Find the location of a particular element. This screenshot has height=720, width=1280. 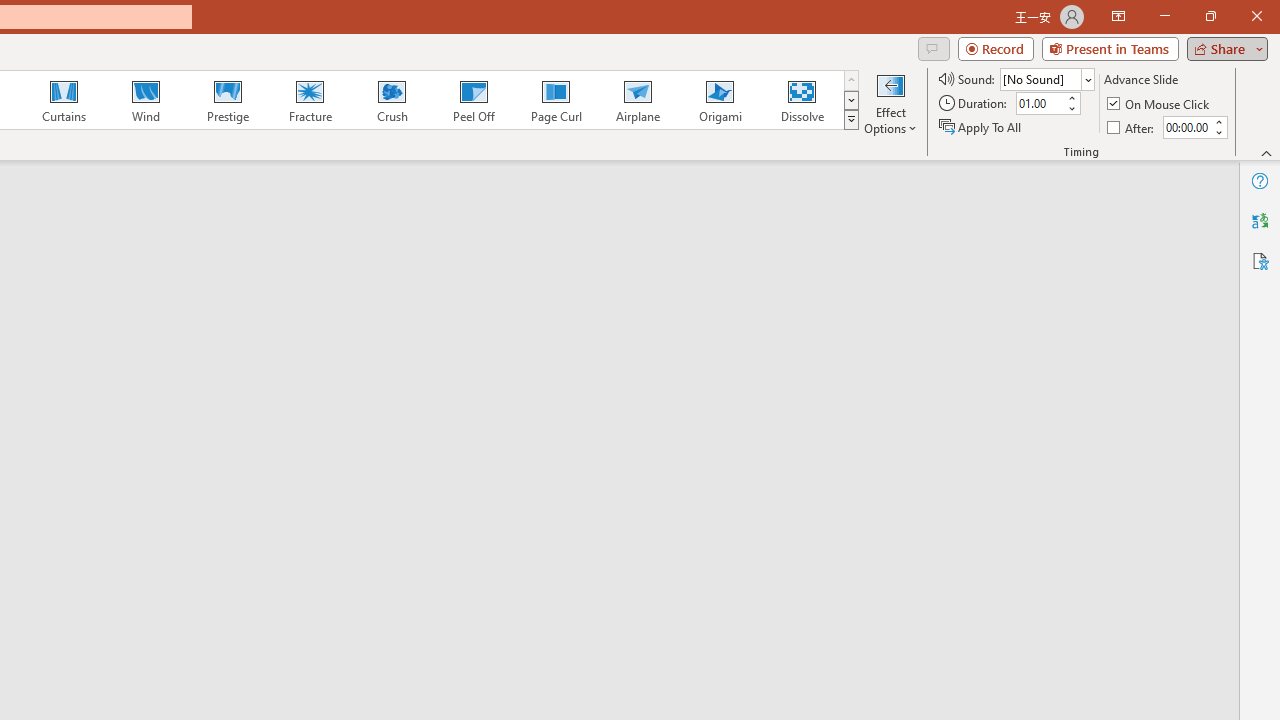

'Curtains' is located at coordinates (64, 100).